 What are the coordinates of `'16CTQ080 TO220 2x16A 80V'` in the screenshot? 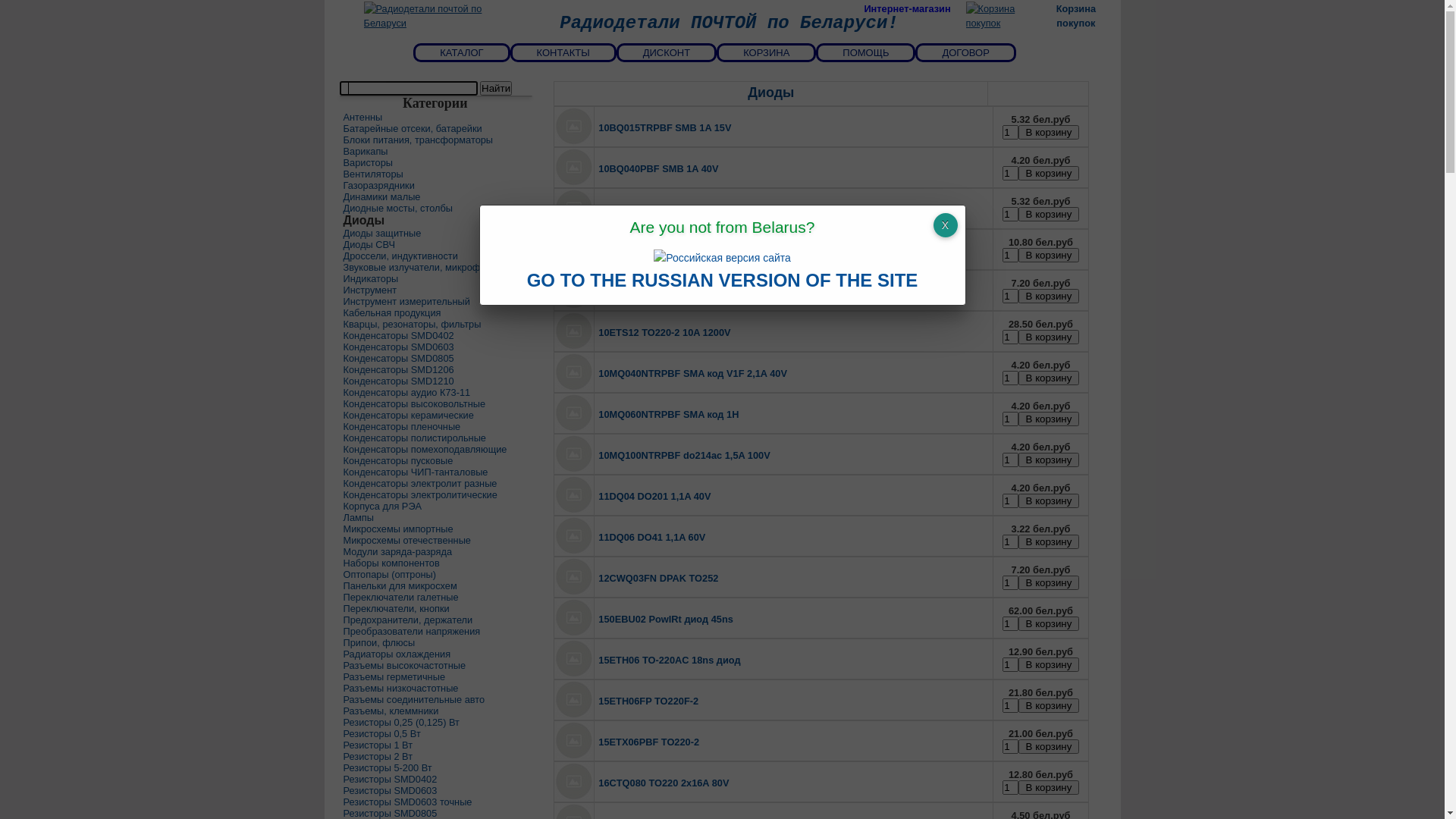 It's located at (663, 783).